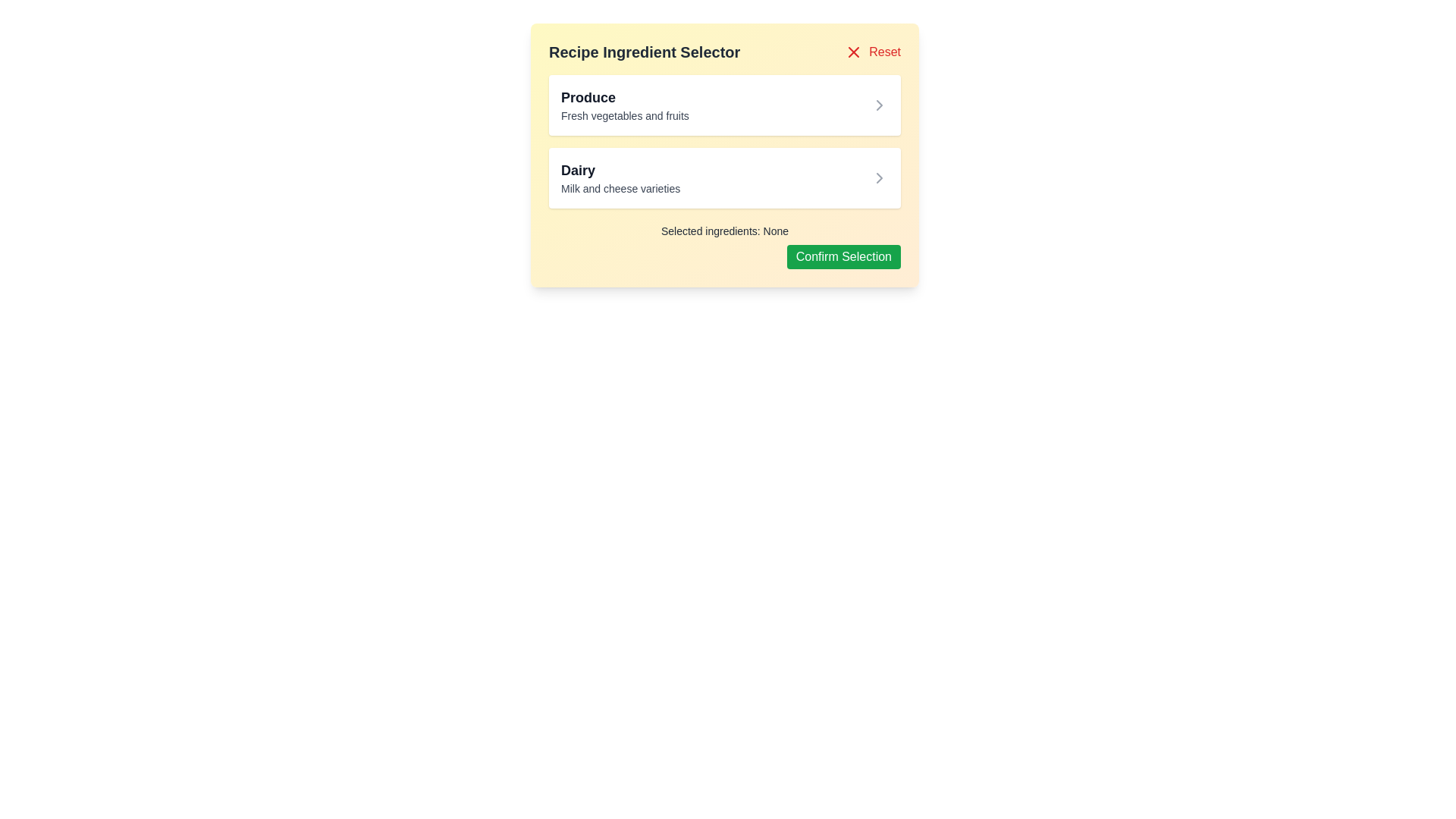  I want to click on the bold, large-sized text displaying 'Recipe Ingredient Selector' located at the top of the light yellow section, so click(645, 52).